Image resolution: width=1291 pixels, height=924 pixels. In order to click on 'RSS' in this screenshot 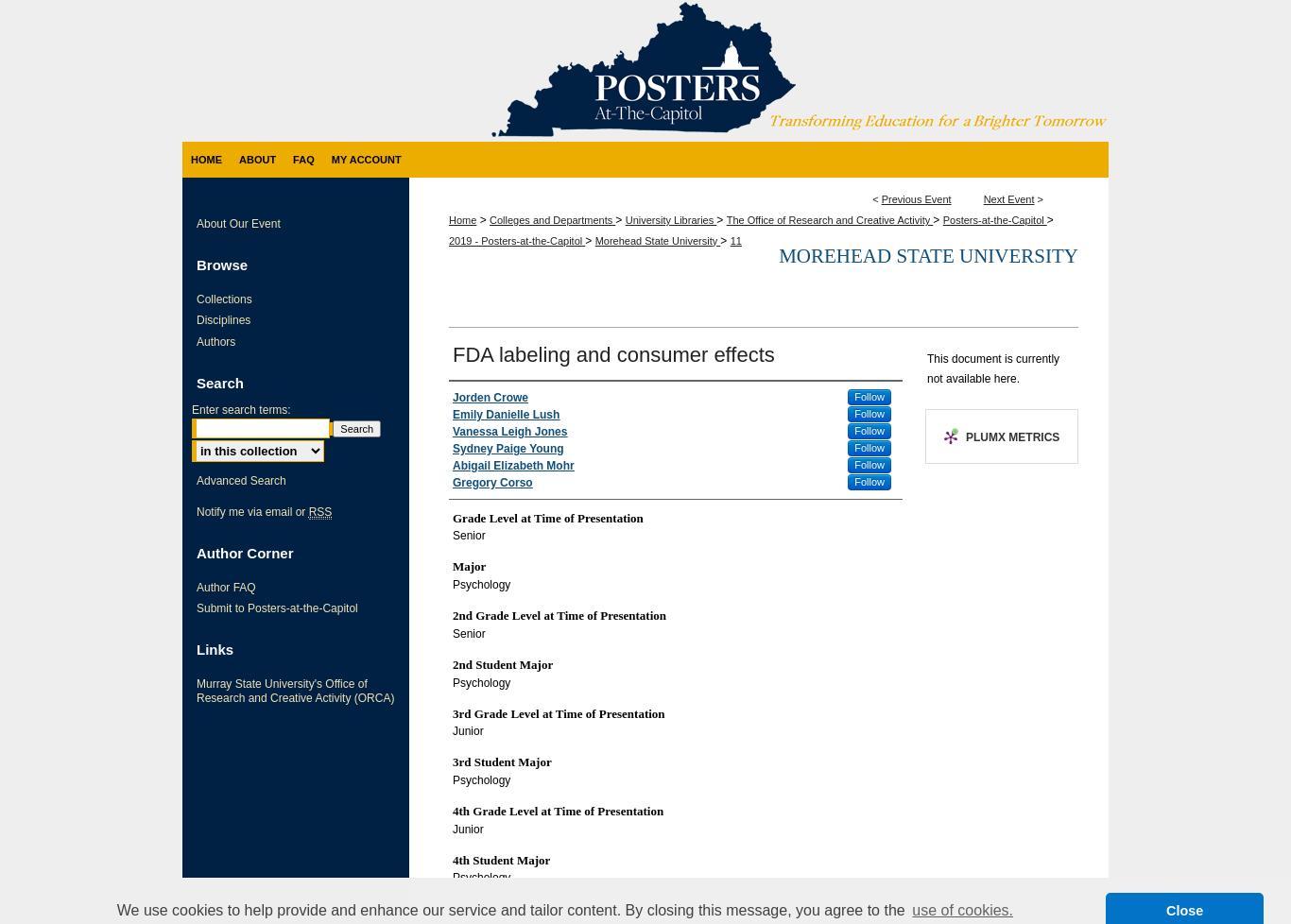, I will do `click(319, 512)`.